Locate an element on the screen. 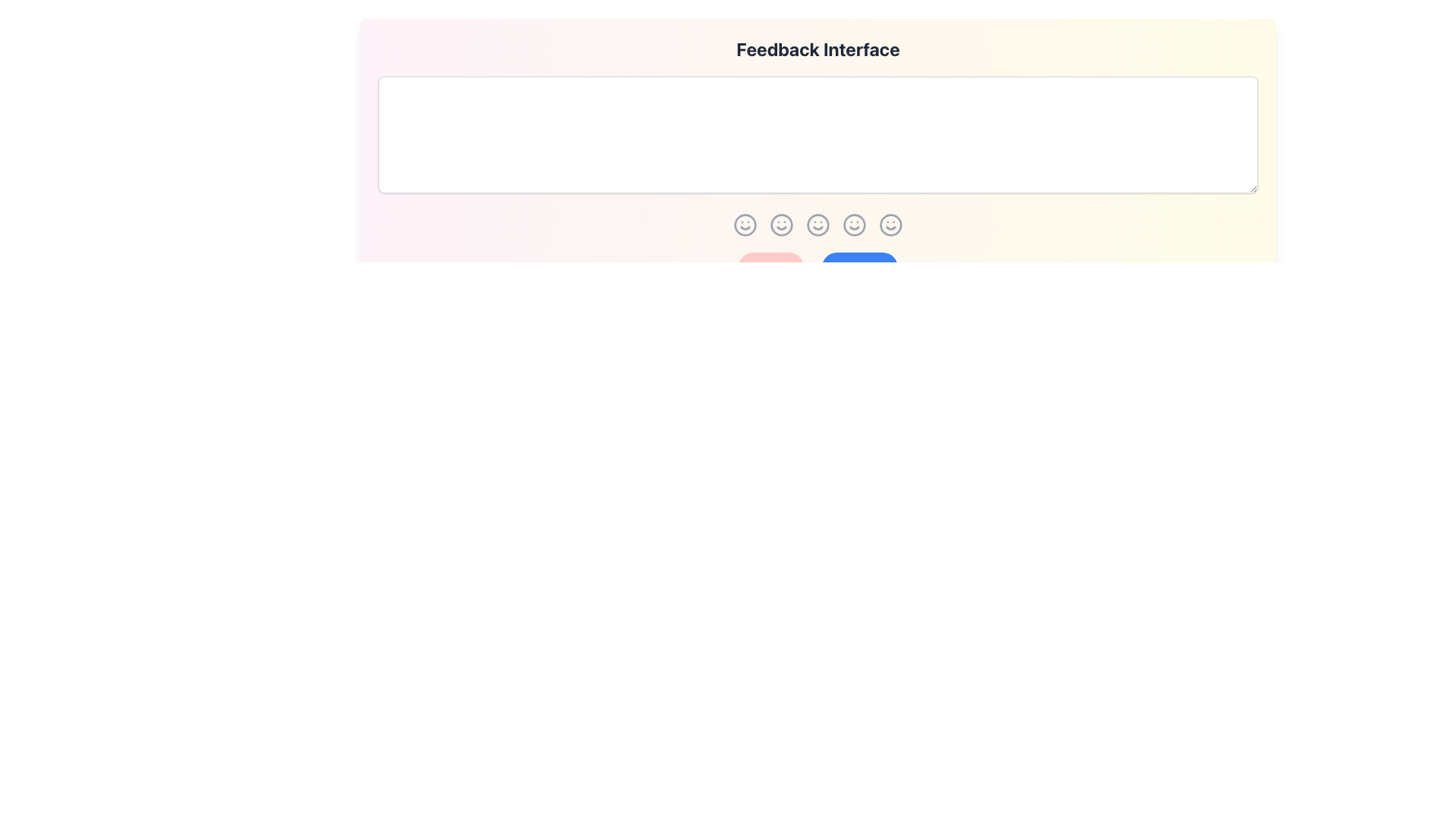  the 'Clear' and 'Submit' buttons in the Button Group located in the 'Feedback Interface' section to observe their hover effects is located at coordinates (817, 267).